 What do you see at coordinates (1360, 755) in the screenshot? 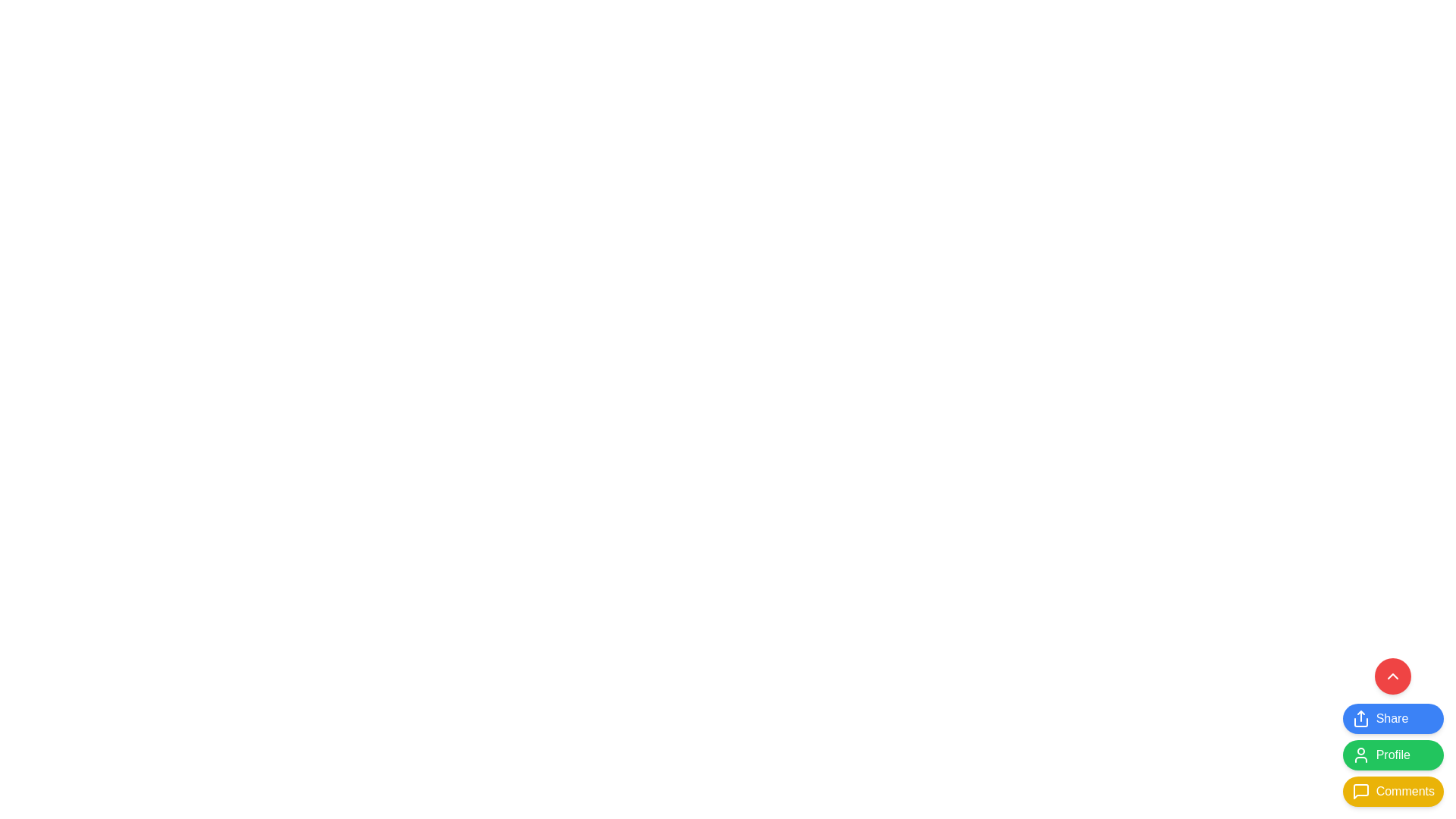
I see `the user icon within the green 'Profile' button located at the bottom right of the interface` at bounding box center [1360, 755].